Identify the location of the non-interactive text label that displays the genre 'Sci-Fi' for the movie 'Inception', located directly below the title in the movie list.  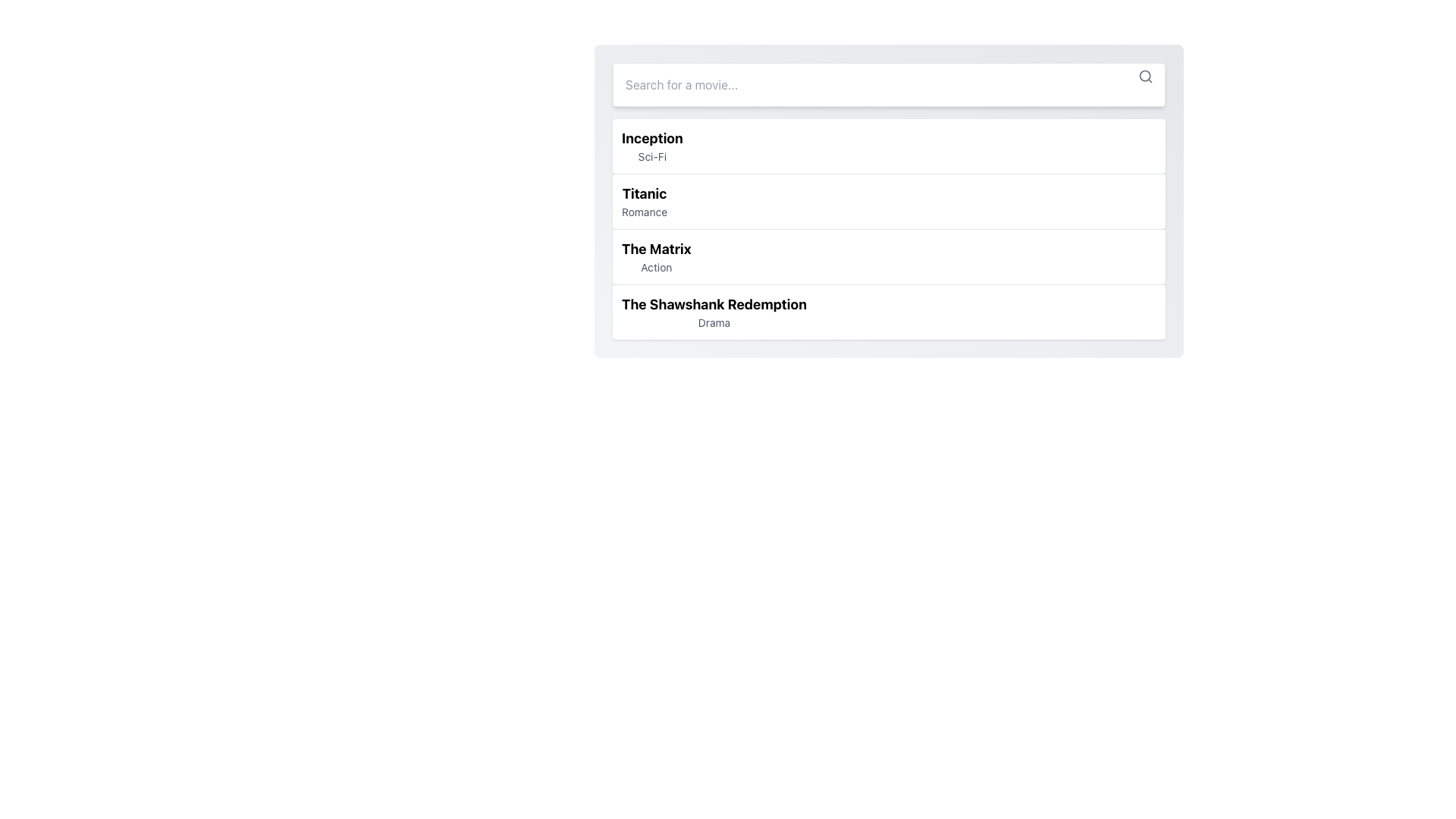
(652, 157).